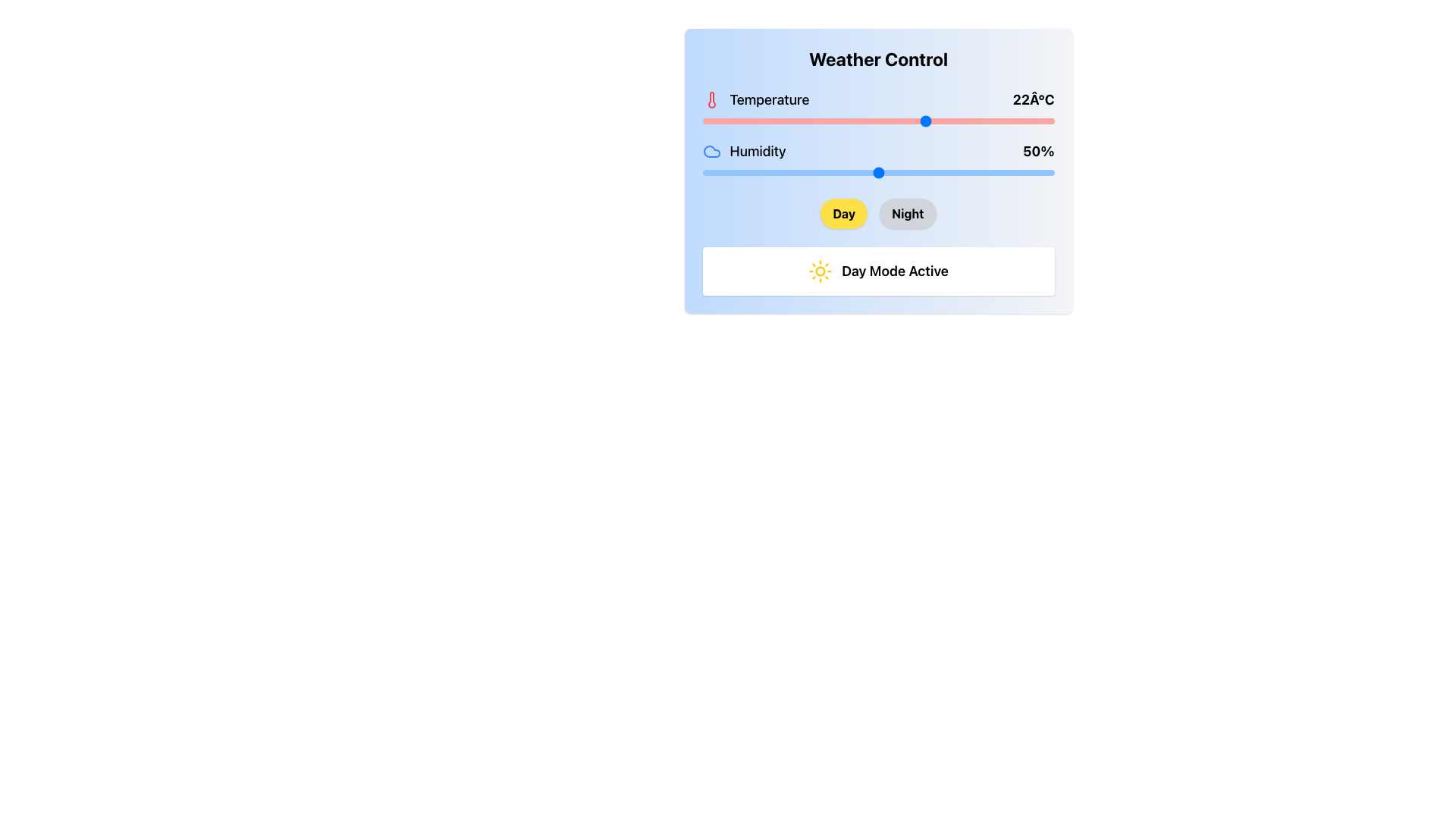 This screenshot has height=819, width=1456. What do you see at coordinates (878, 120) in the screenshot?
I see `the red temperature slider located below the 'Temperature' label and adjacent to the numerical display of '22°C' for precise value adjustments` at bounding box center [878, 120].